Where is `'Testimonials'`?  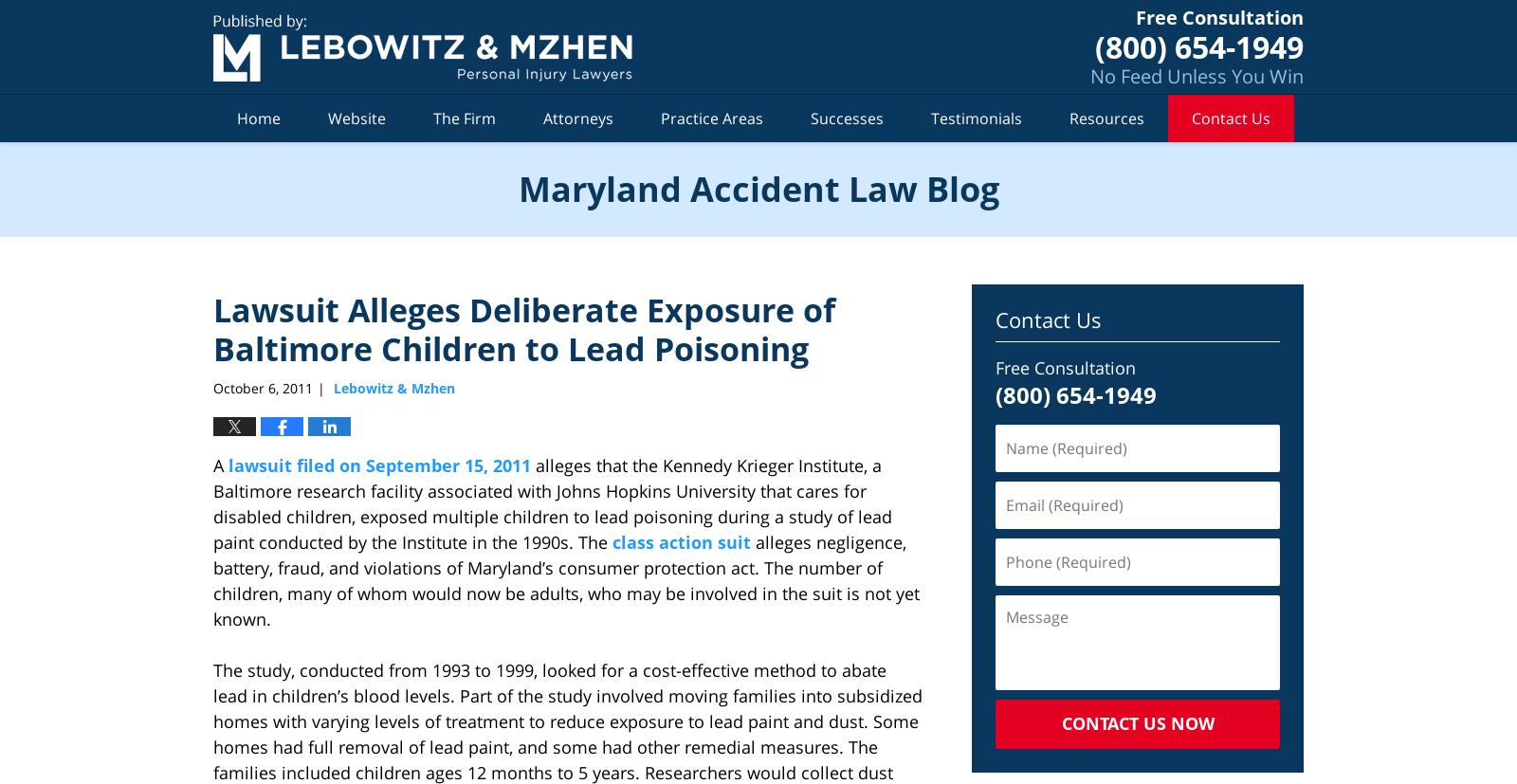 'Testimonials' is located at coordinates (977, 117).